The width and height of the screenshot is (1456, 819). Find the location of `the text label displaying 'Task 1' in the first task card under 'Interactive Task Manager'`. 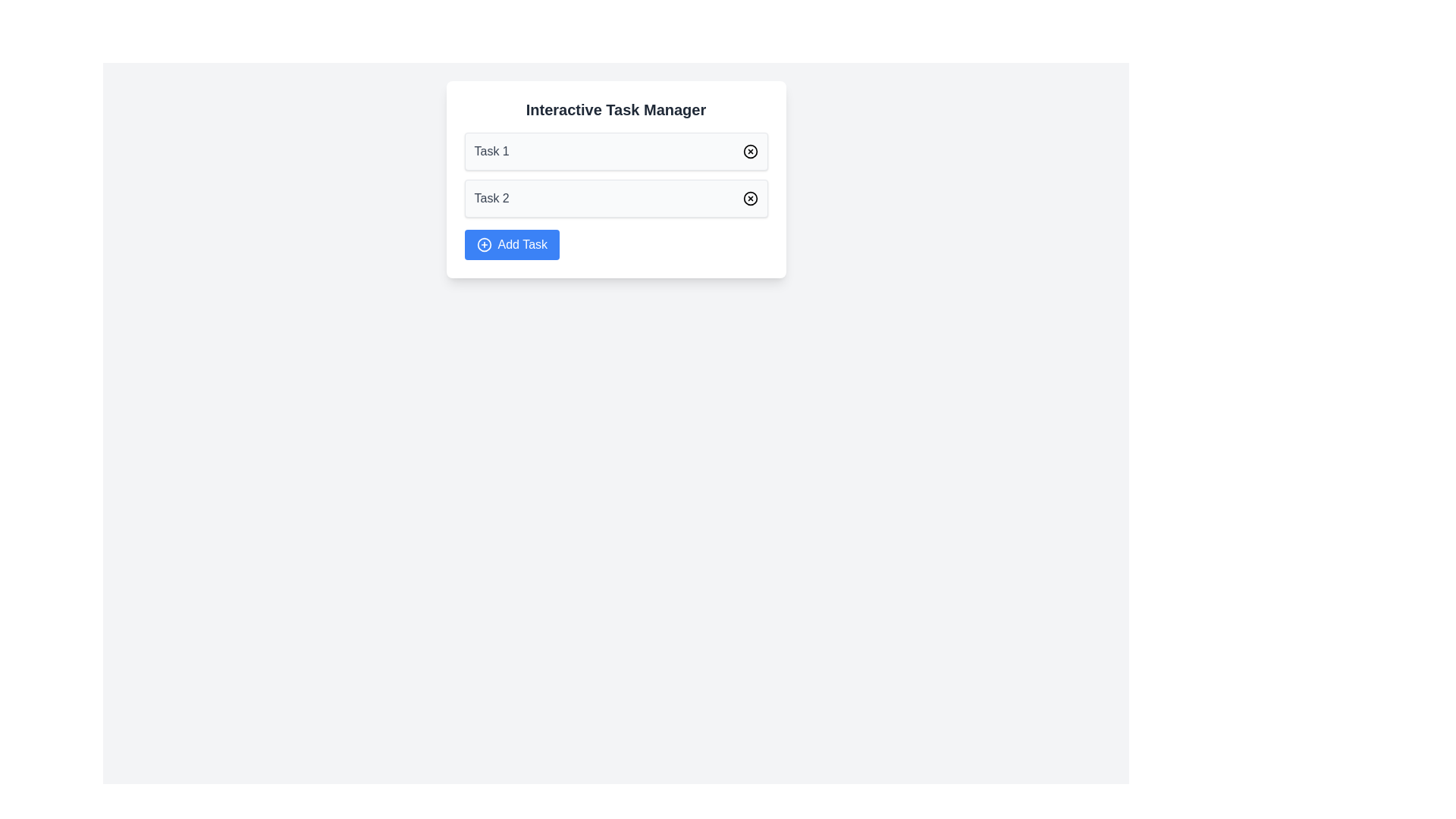

the text label displaying 'Task 1' in the first task card under 'Interactive Task Manager' is located at coordinates (491, 152).